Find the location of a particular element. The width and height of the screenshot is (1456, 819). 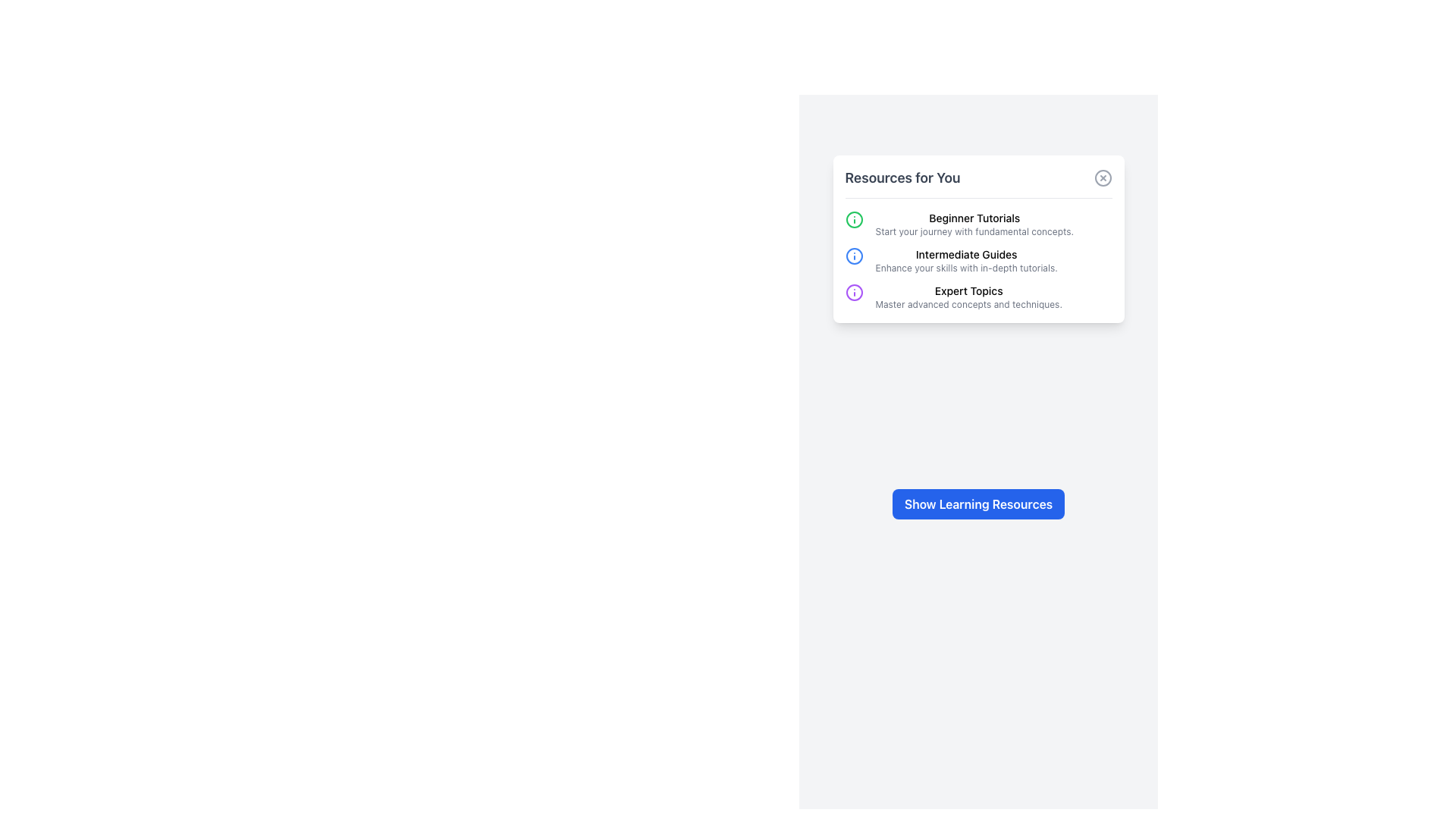

the descriptive text that provides additional information about the 'Beginner Tutorials' section, located beneath the title within the 'Resources for You' card is located at coordinates (974, 231).